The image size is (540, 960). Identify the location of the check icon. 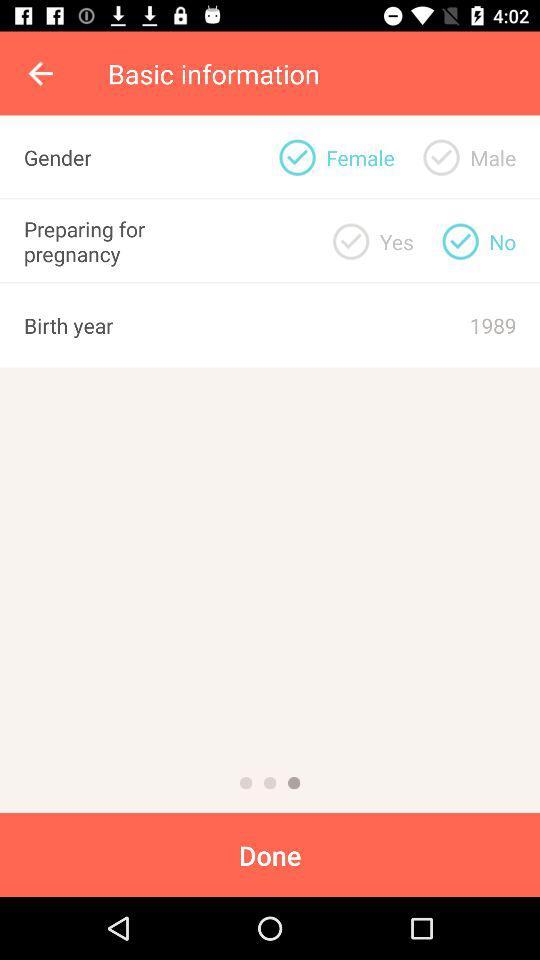
(350, 240).